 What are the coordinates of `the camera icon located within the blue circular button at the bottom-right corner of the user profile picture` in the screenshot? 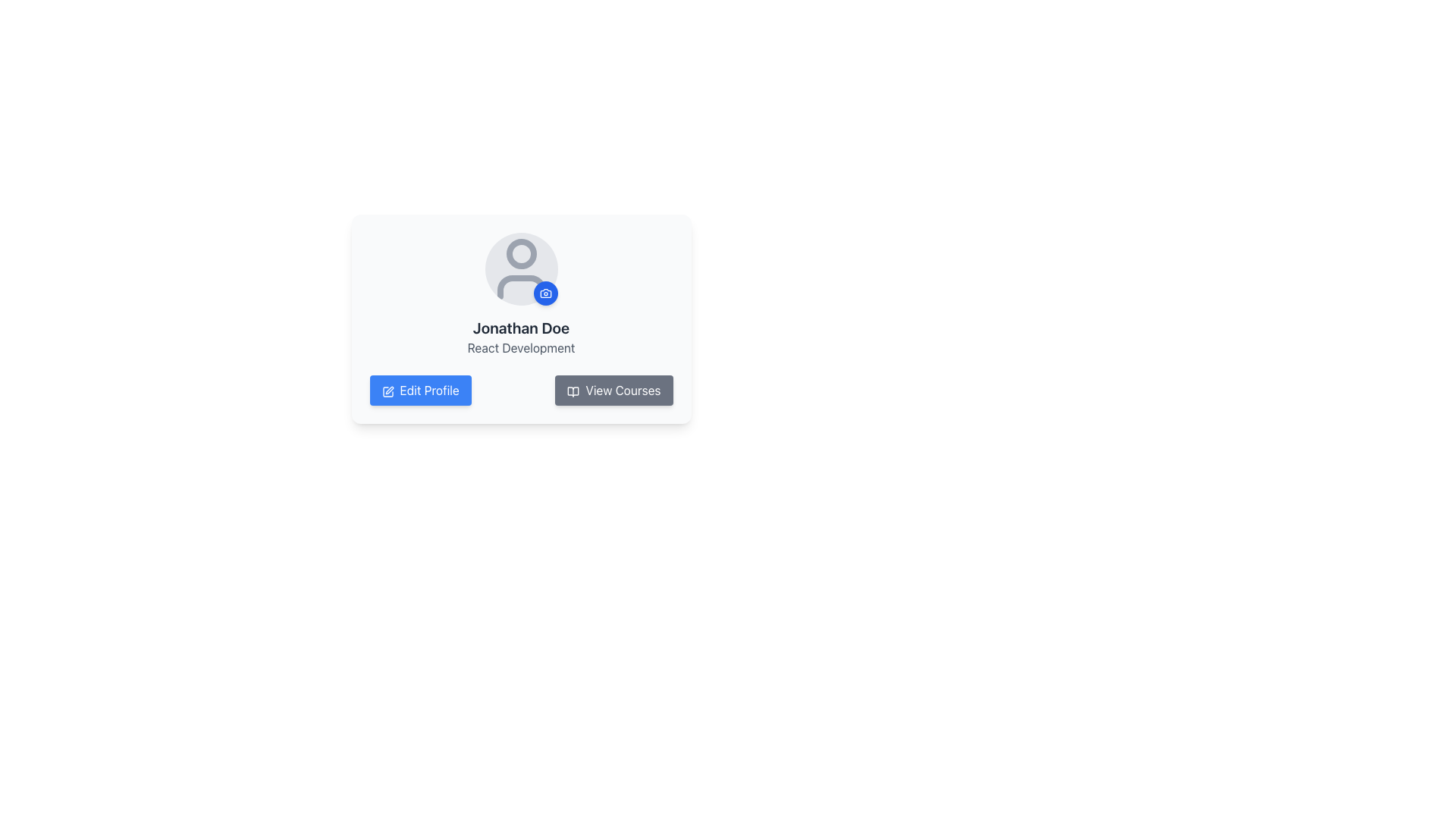 It's located at (545, 293).